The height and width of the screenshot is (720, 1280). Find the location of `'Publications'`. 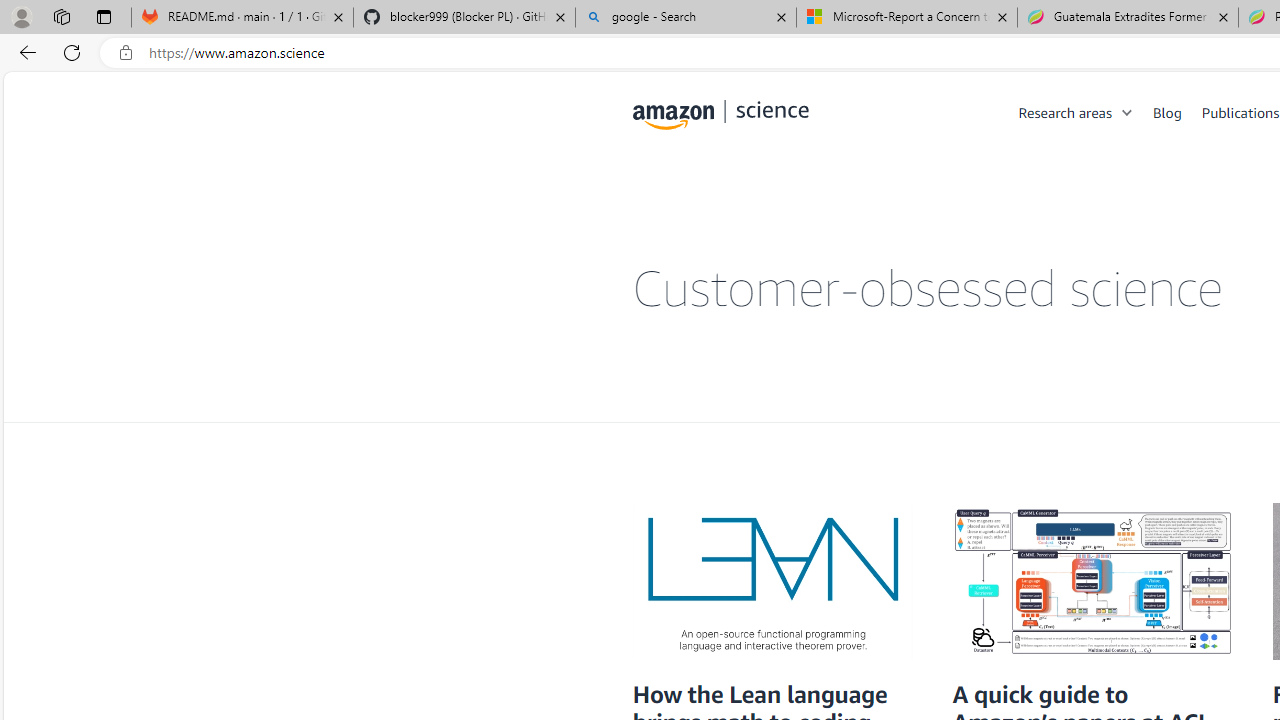

'Publications' is located at coordinates (1239, 111).